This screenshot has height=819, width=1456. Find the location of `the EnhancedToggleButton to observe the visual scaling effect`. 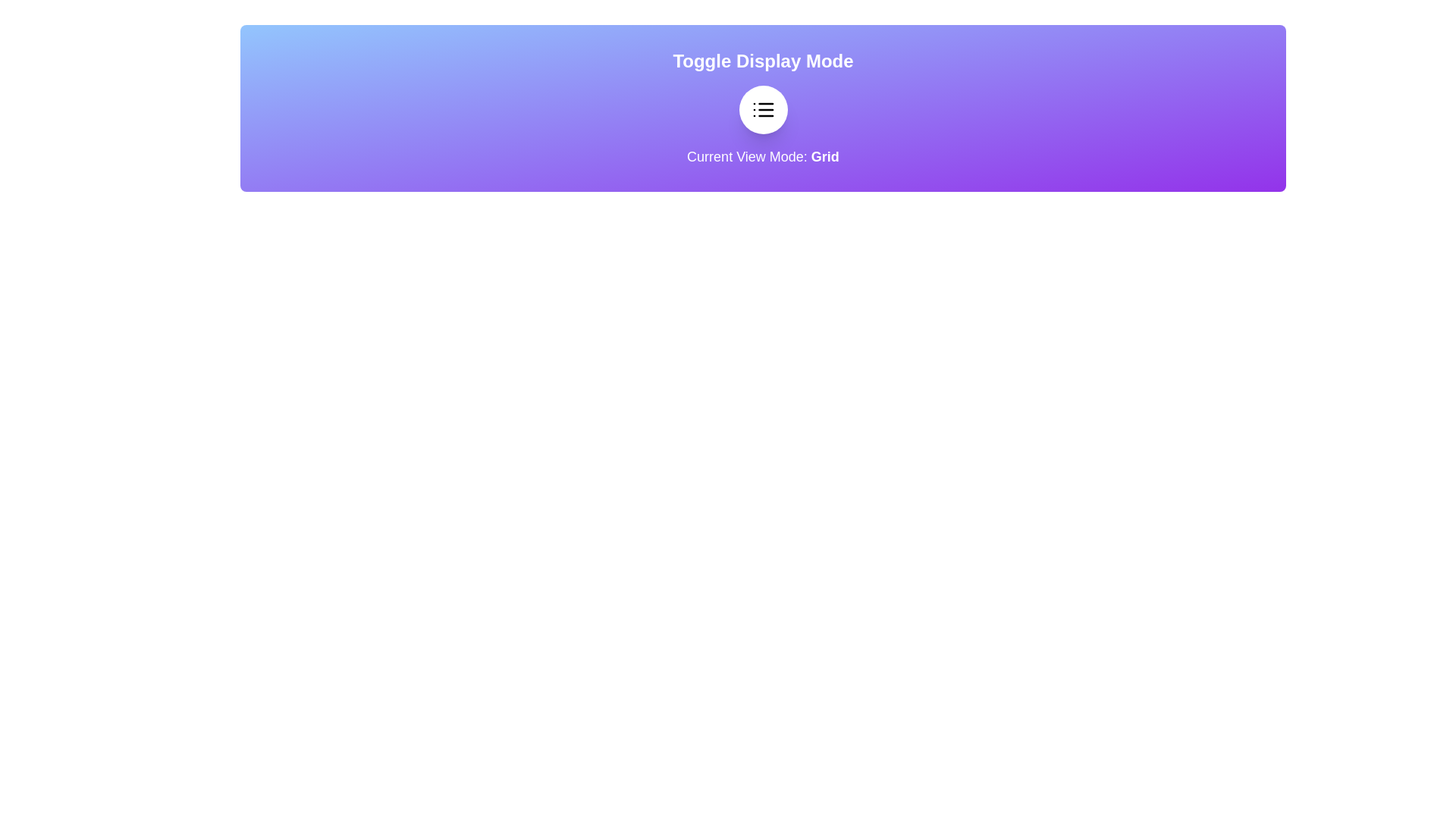

the EnhancedToggleButton to observe the visual scaling effect is located at coordinates (763, 109).